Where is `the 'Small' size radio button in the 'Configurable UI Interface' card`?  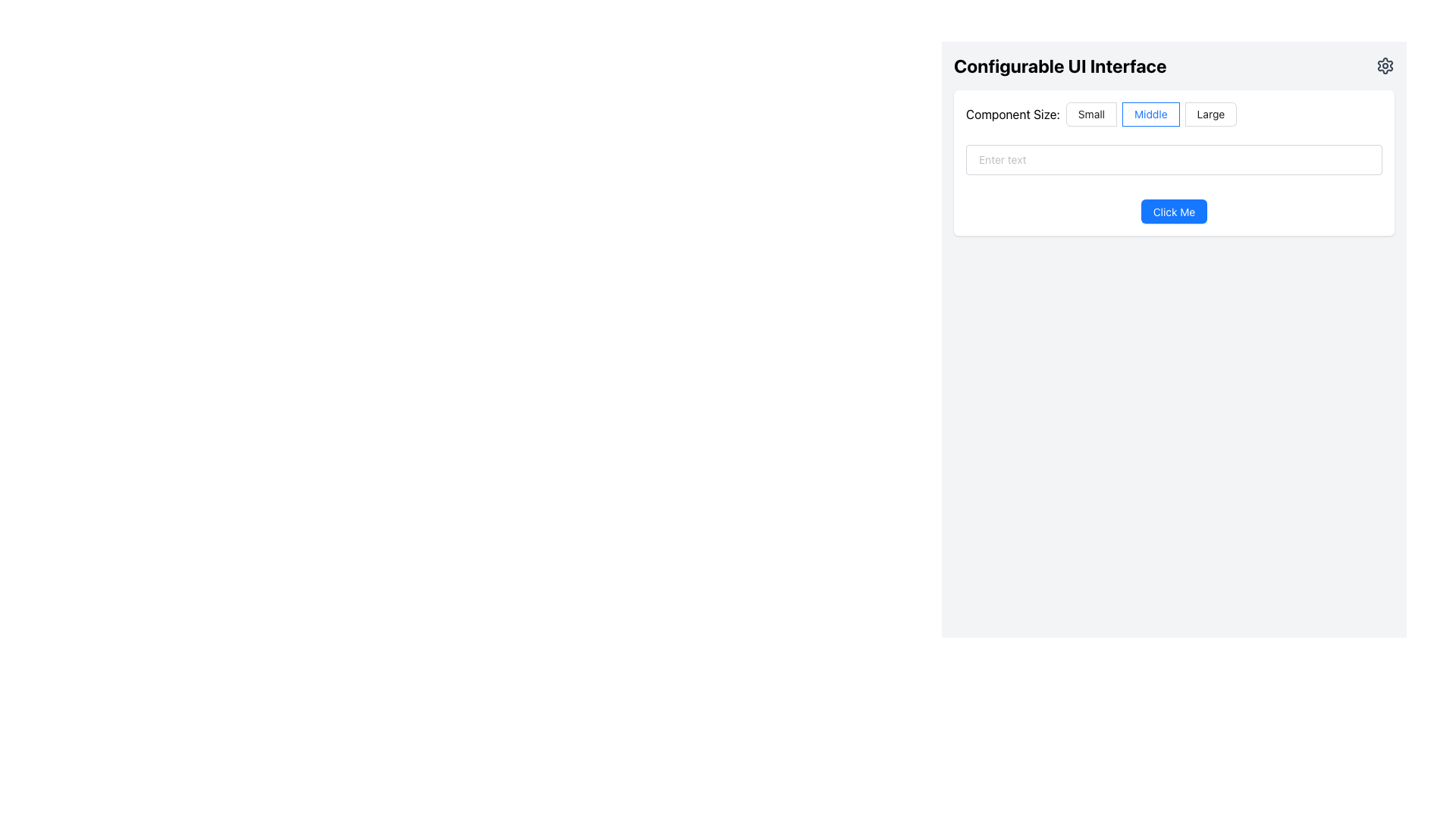
the 'Small' size radio button in the 'Configurable UI Interface' card is located at coordinates (1090, 113).